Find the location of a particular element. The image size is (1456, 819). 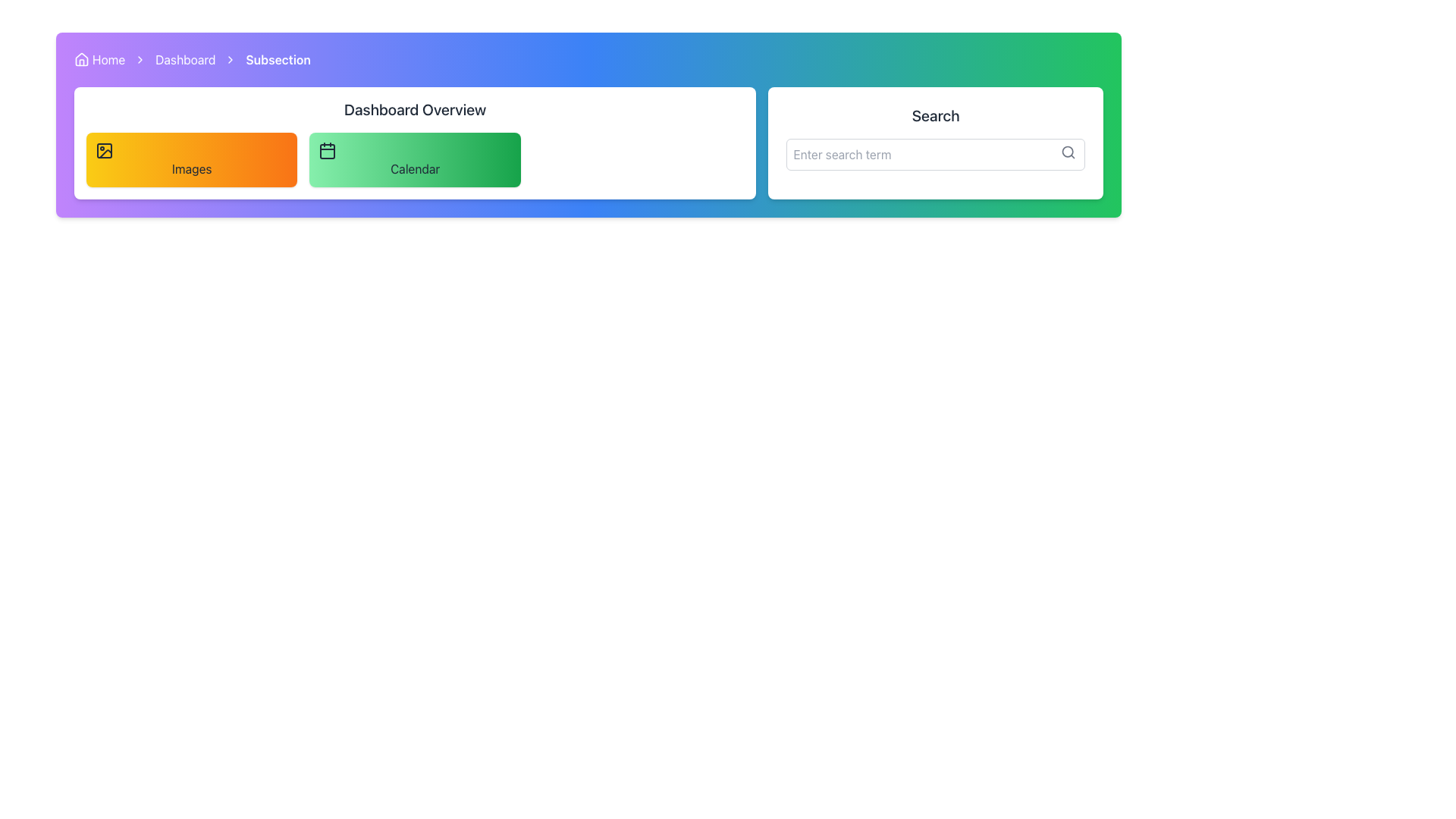

the 'Home' icon located in the top-left corner of the breadcrumb navigation bar is located at coordinates (81, 58).